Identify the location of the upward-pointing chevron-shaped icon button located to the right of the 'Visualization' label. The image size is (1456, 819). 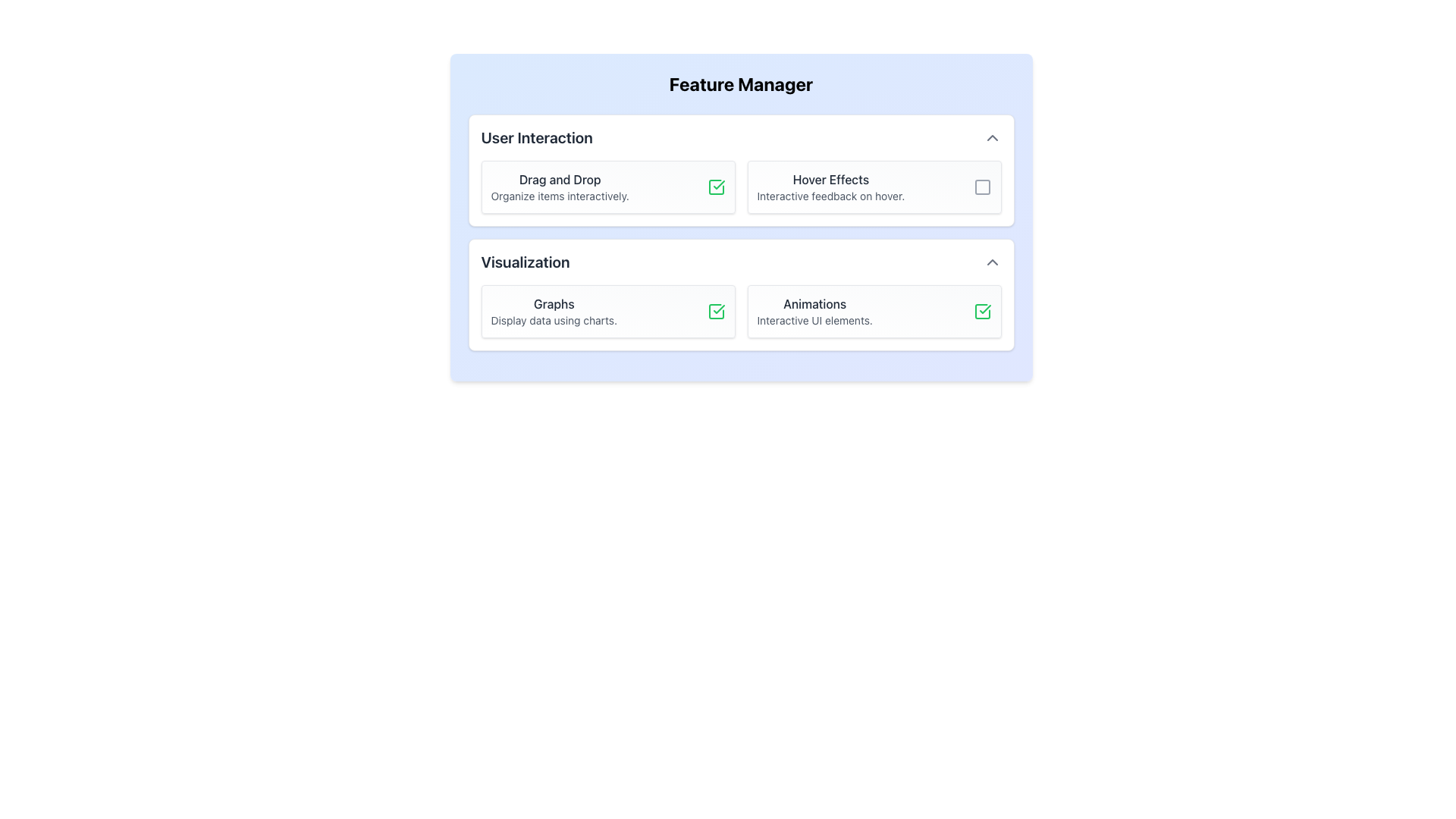
(992, 262).